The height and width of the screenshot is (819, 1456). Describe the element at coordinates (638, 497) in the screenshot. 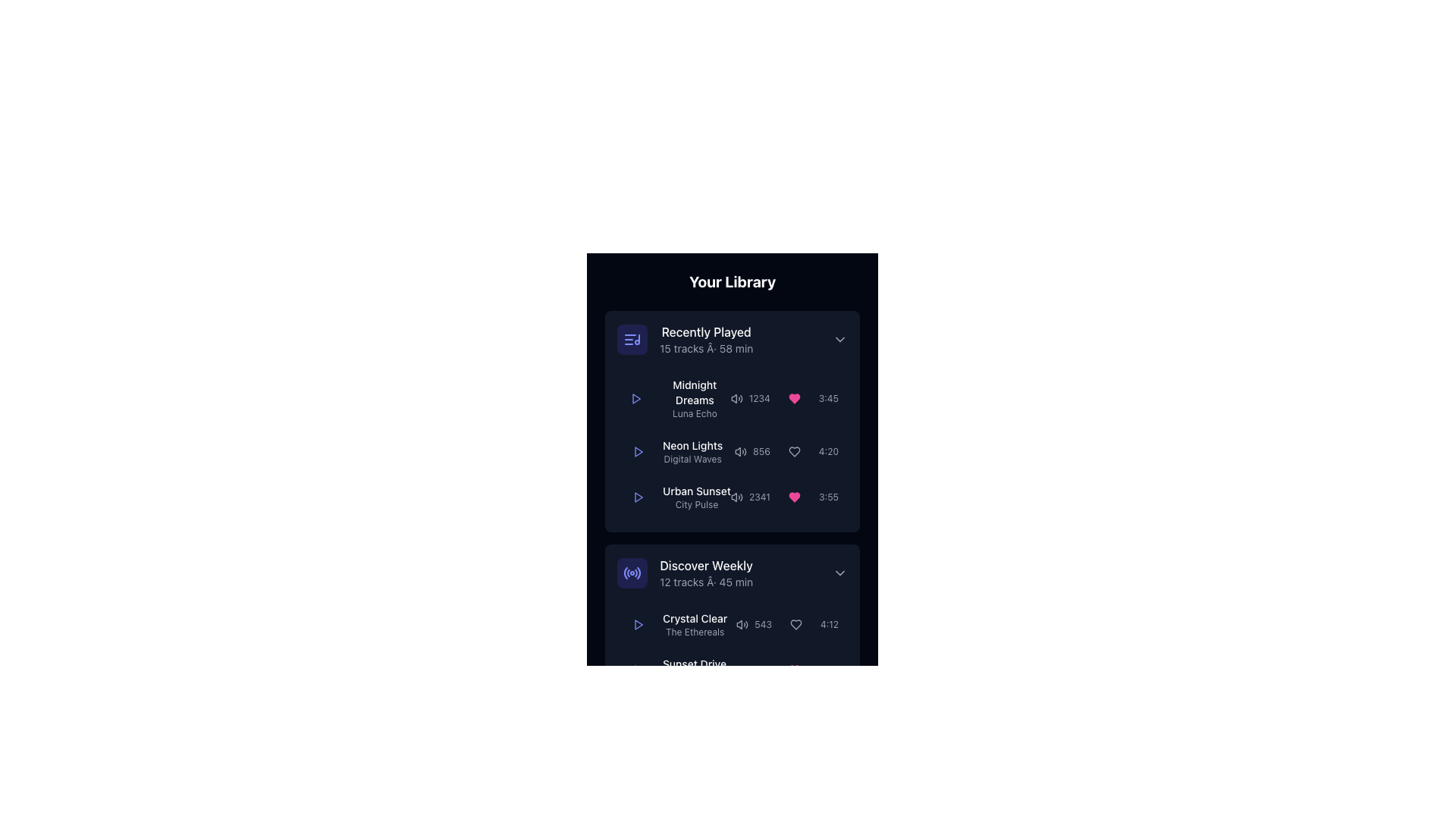

I see `the play button for 'Urban Sunset' located in the 'Recently Played' section` at that location.